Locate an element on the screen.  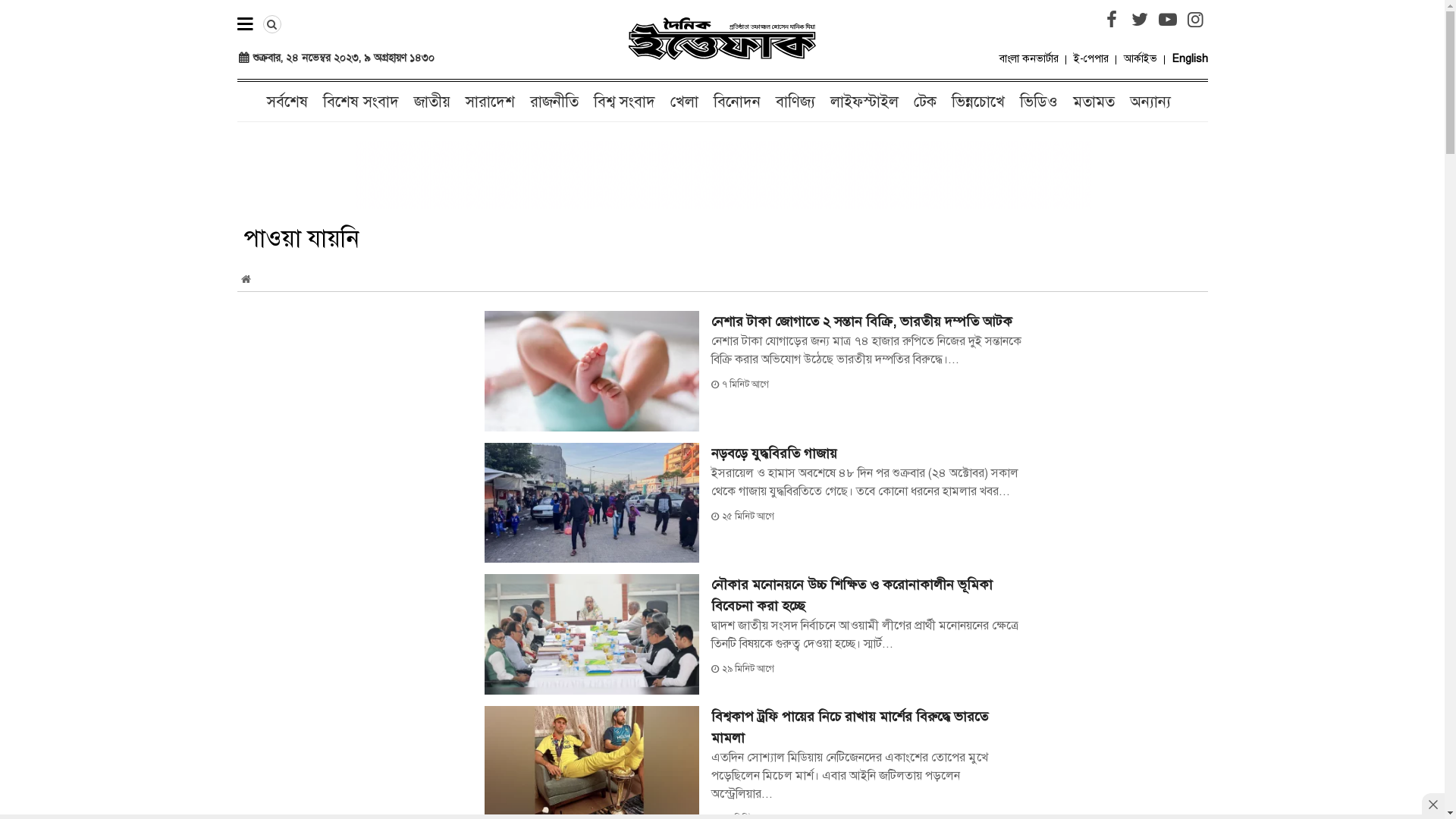
'Instagram' is located at coordinates (1194, 20).